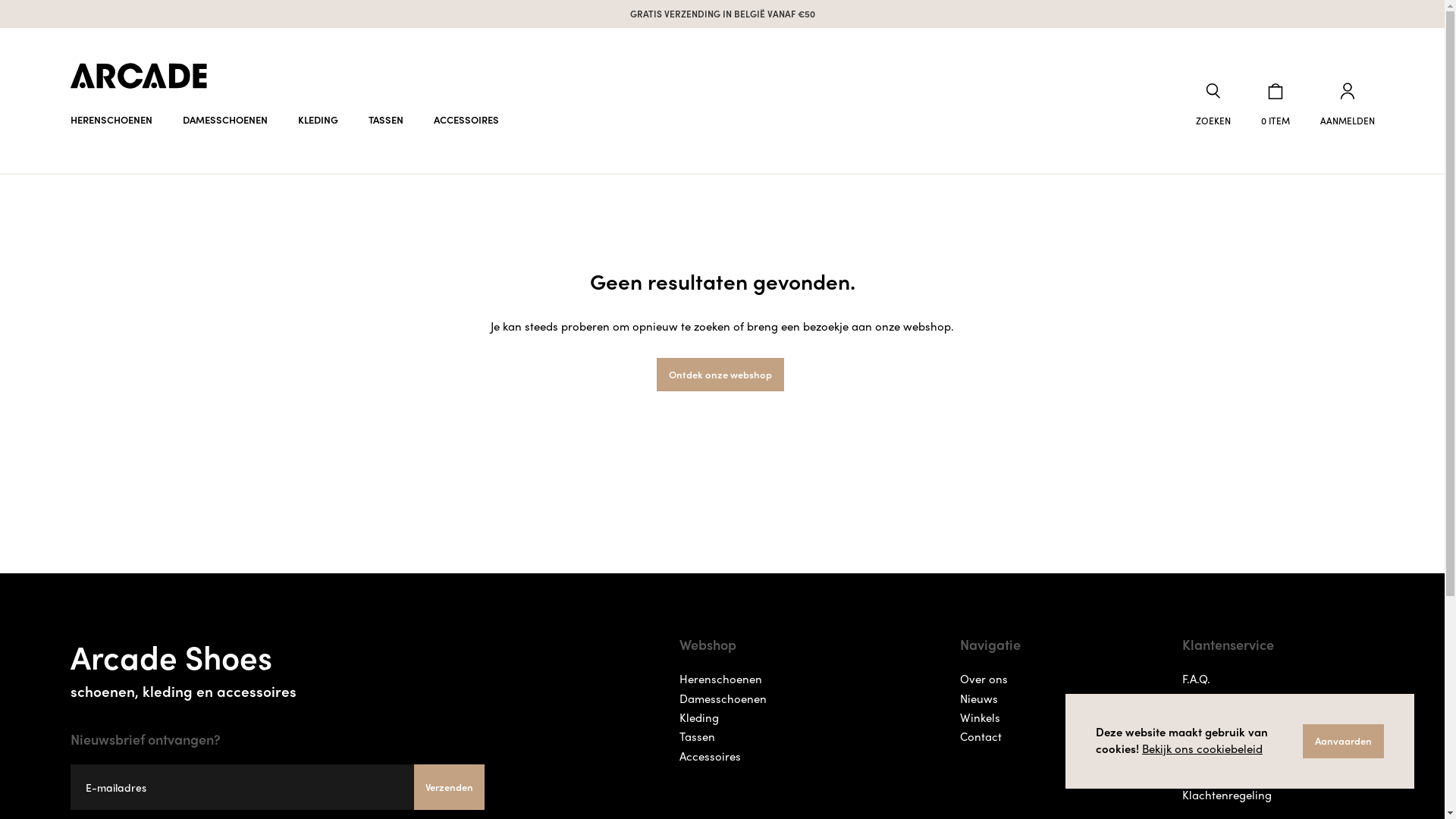  Describe the element at coordinates (722, 698) in the screenshot. I see `'Damesschoenen'` at that location.